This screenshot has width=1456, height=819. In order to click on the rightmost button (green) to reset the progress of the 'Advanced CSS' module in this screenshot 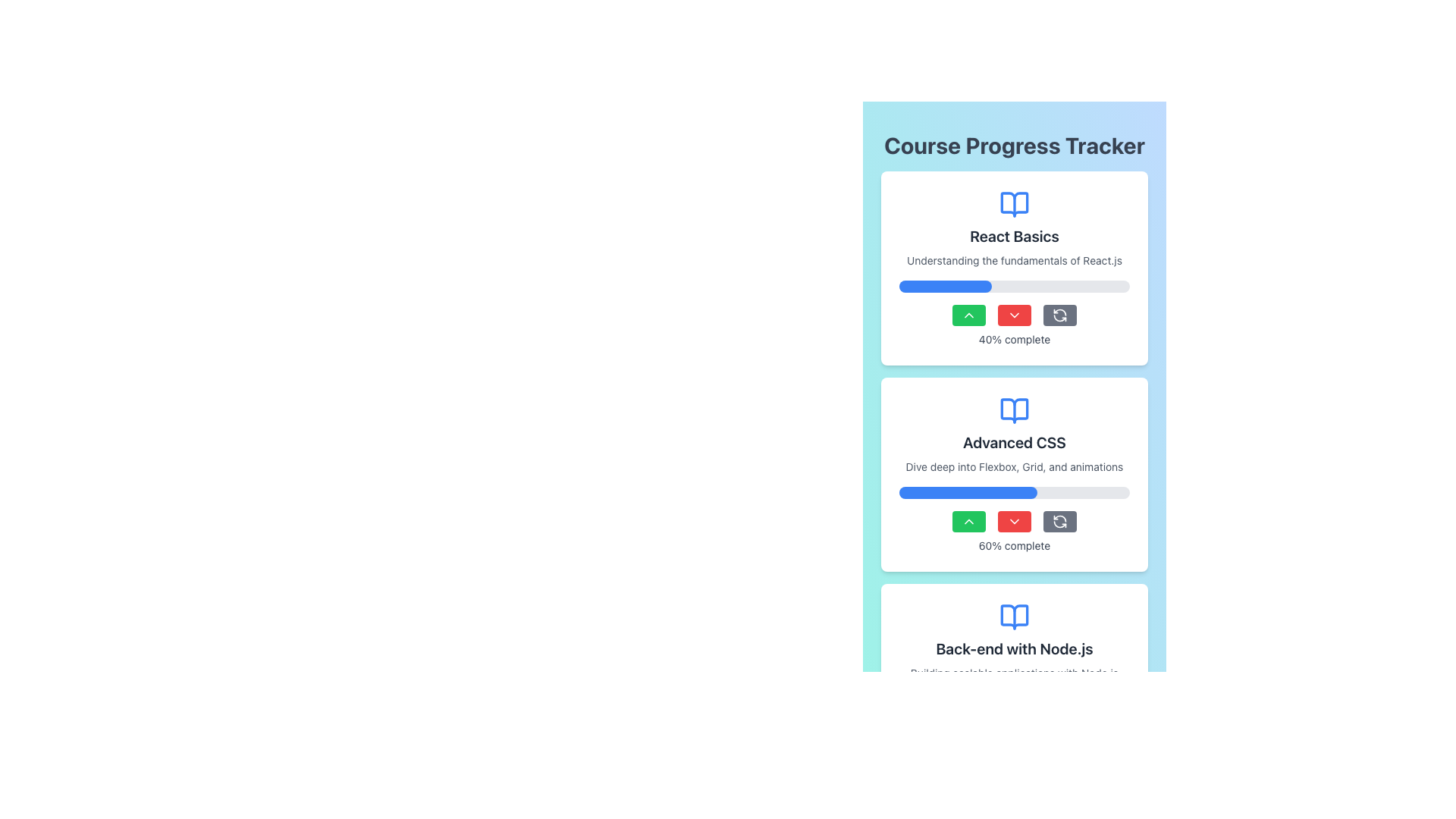, I will do `click(1059, 520)`.